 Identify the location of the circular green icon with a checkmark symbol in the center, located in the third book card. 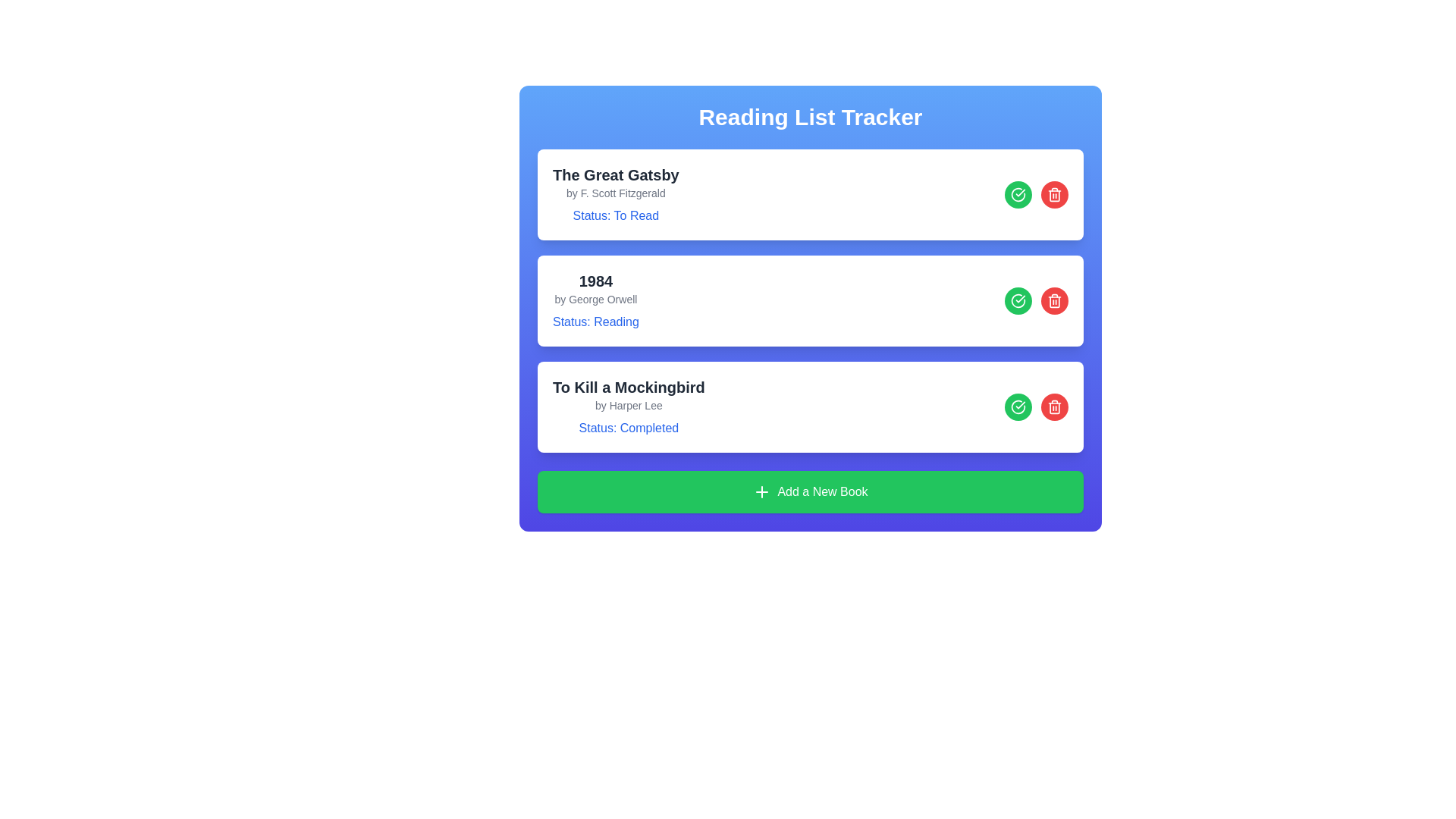
(1018, 406).